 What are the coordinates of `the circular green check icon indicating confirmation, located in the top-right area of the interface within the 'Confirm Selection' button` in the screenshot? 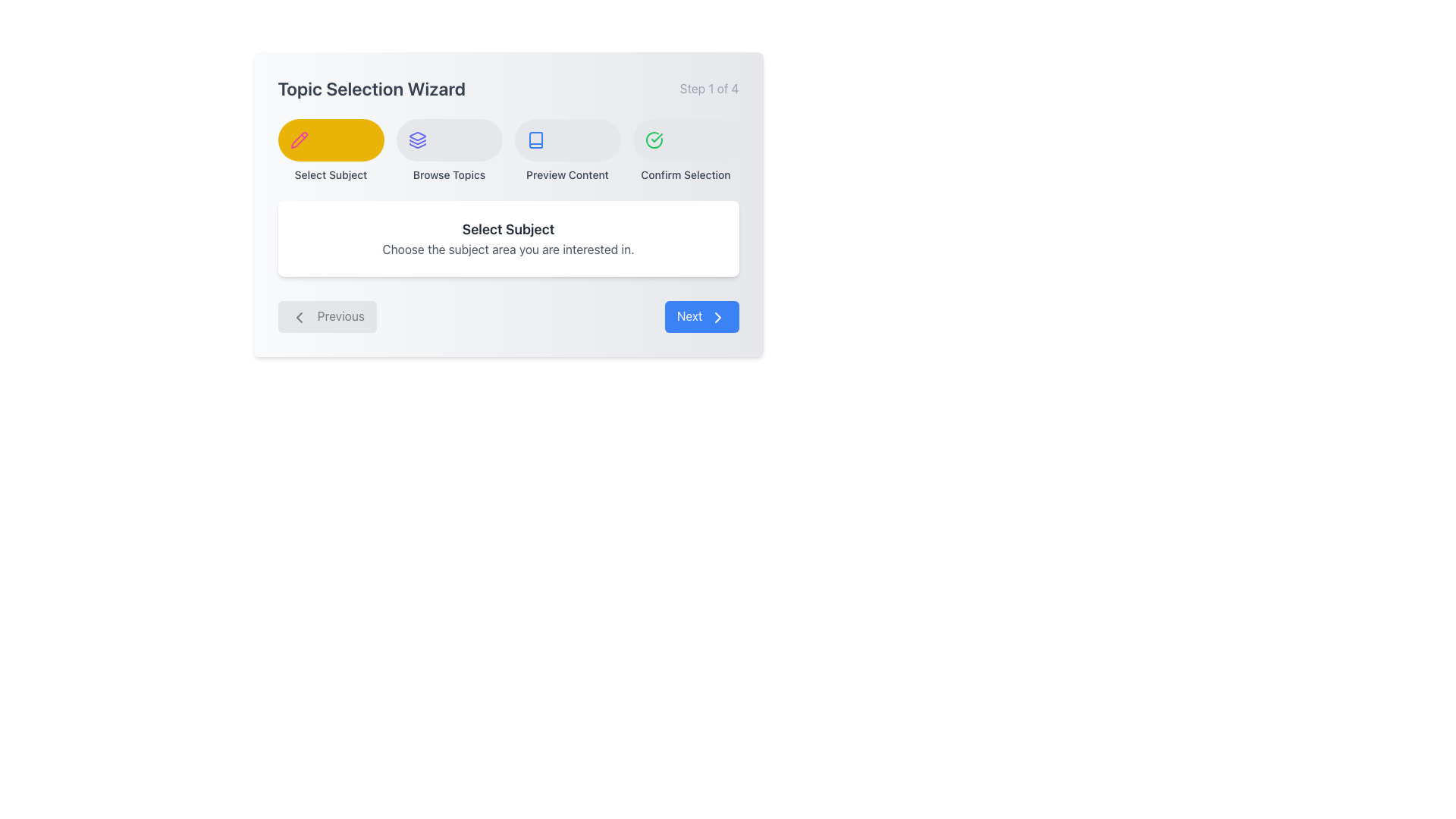 It's located at (654, 140).